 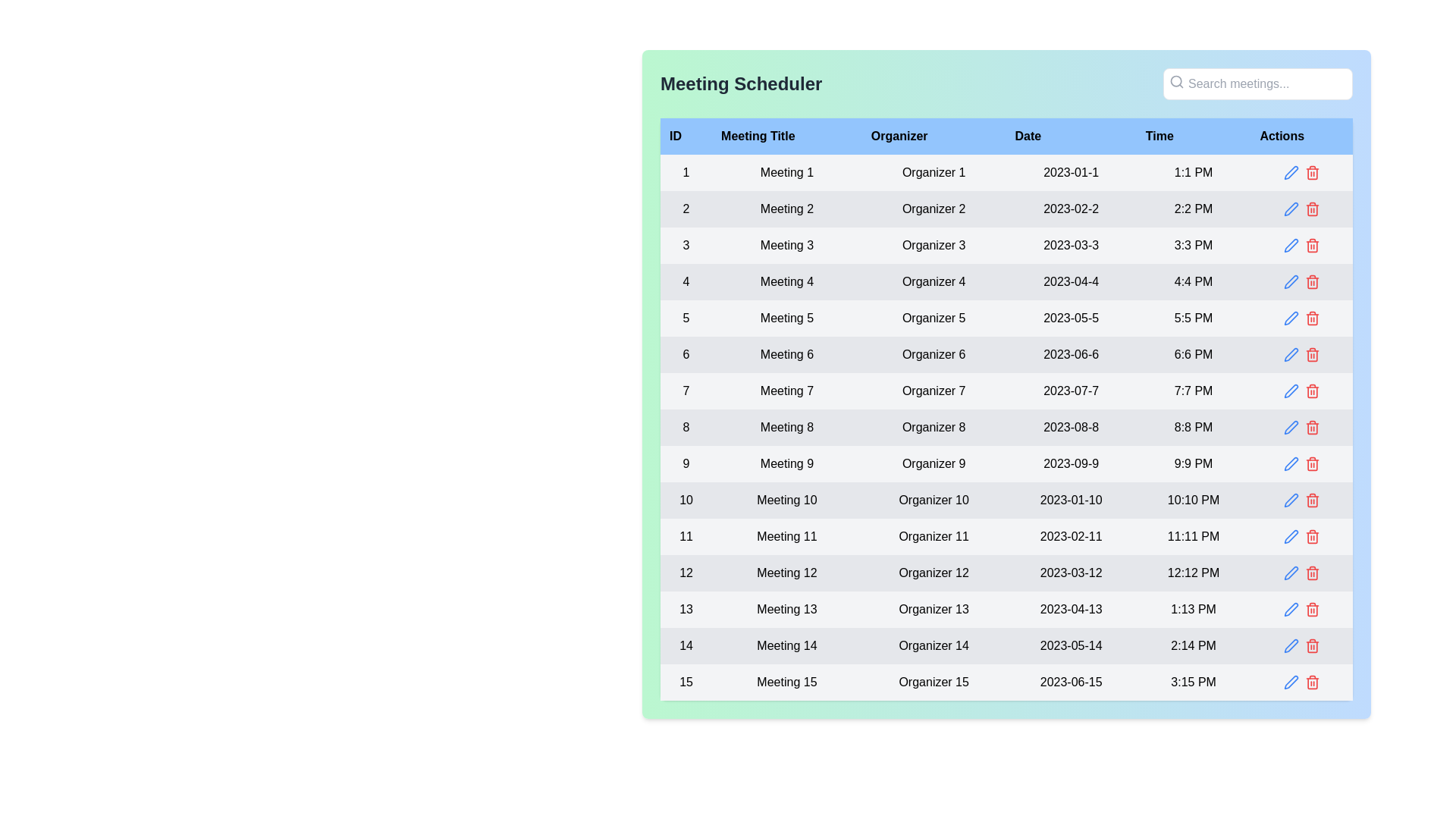 What do you see at coordinates (1193, 209) in the screenshot?
I see `the 'Time' label in the second row of the table that displays the scheduled meeting time` at bounding box center [1193, 209].